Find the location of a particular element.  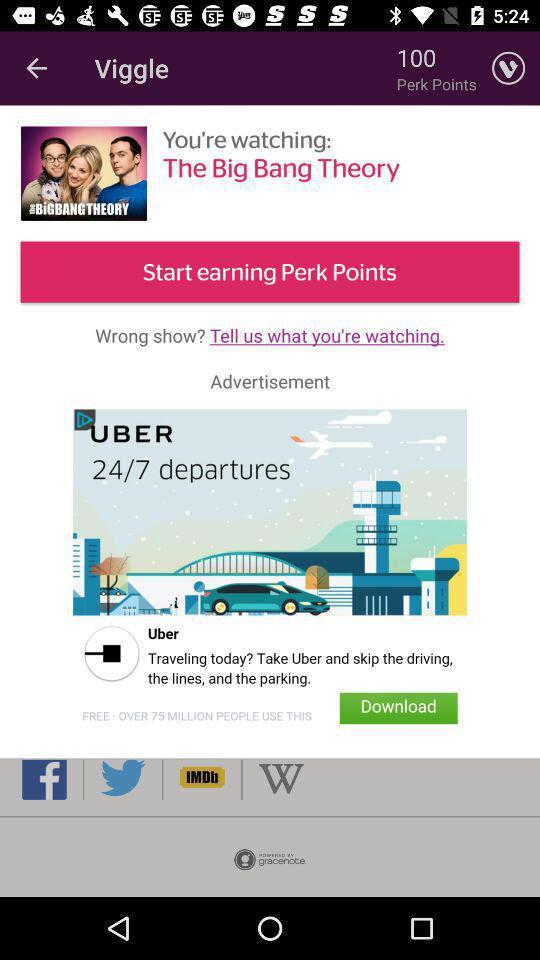

open advertisement is located at coordinates (270, 573).